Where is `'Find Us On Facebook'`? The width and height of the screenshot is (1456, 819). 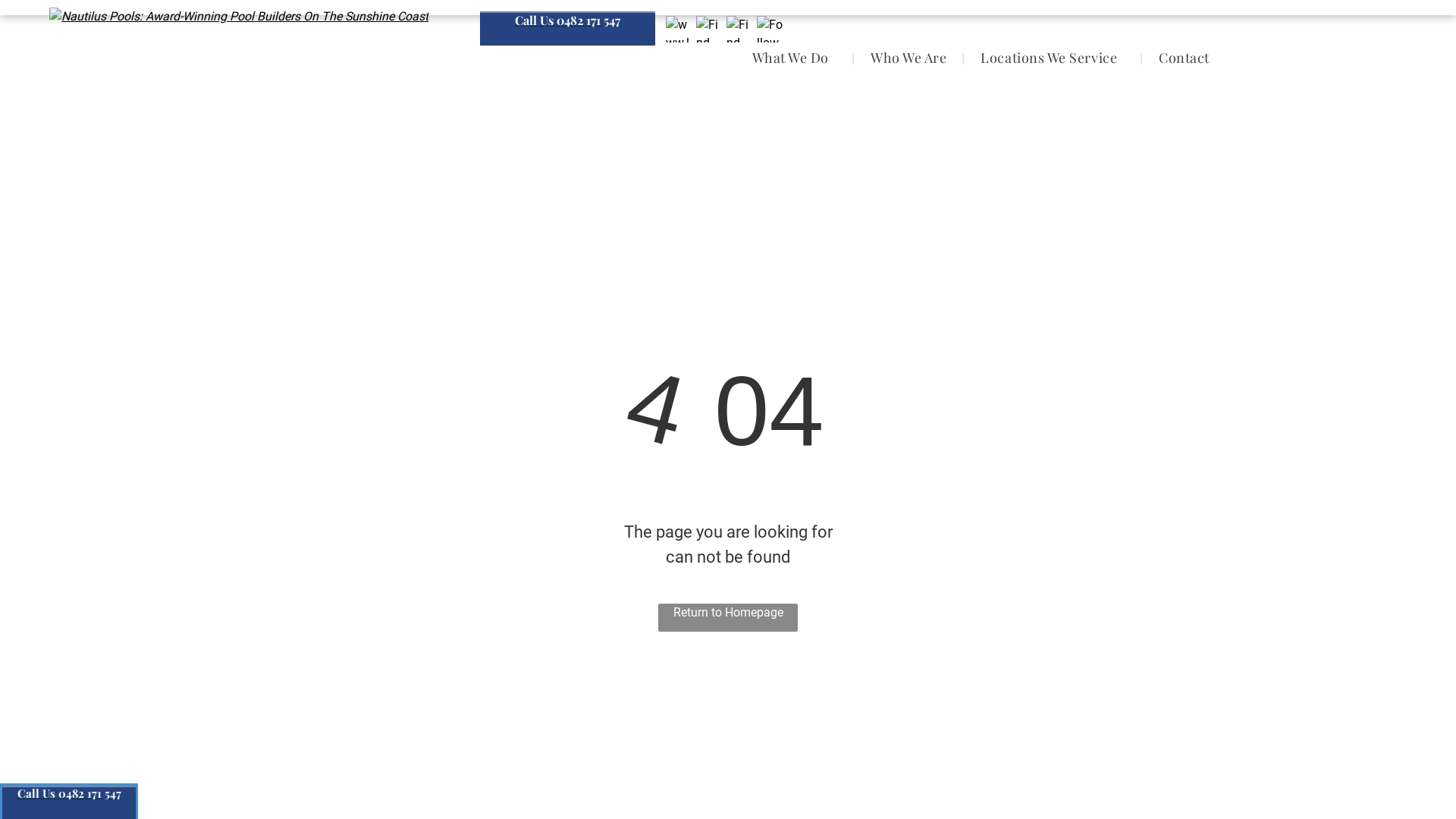 'Find Us On Facebook' is located at coordinates (695, 29).